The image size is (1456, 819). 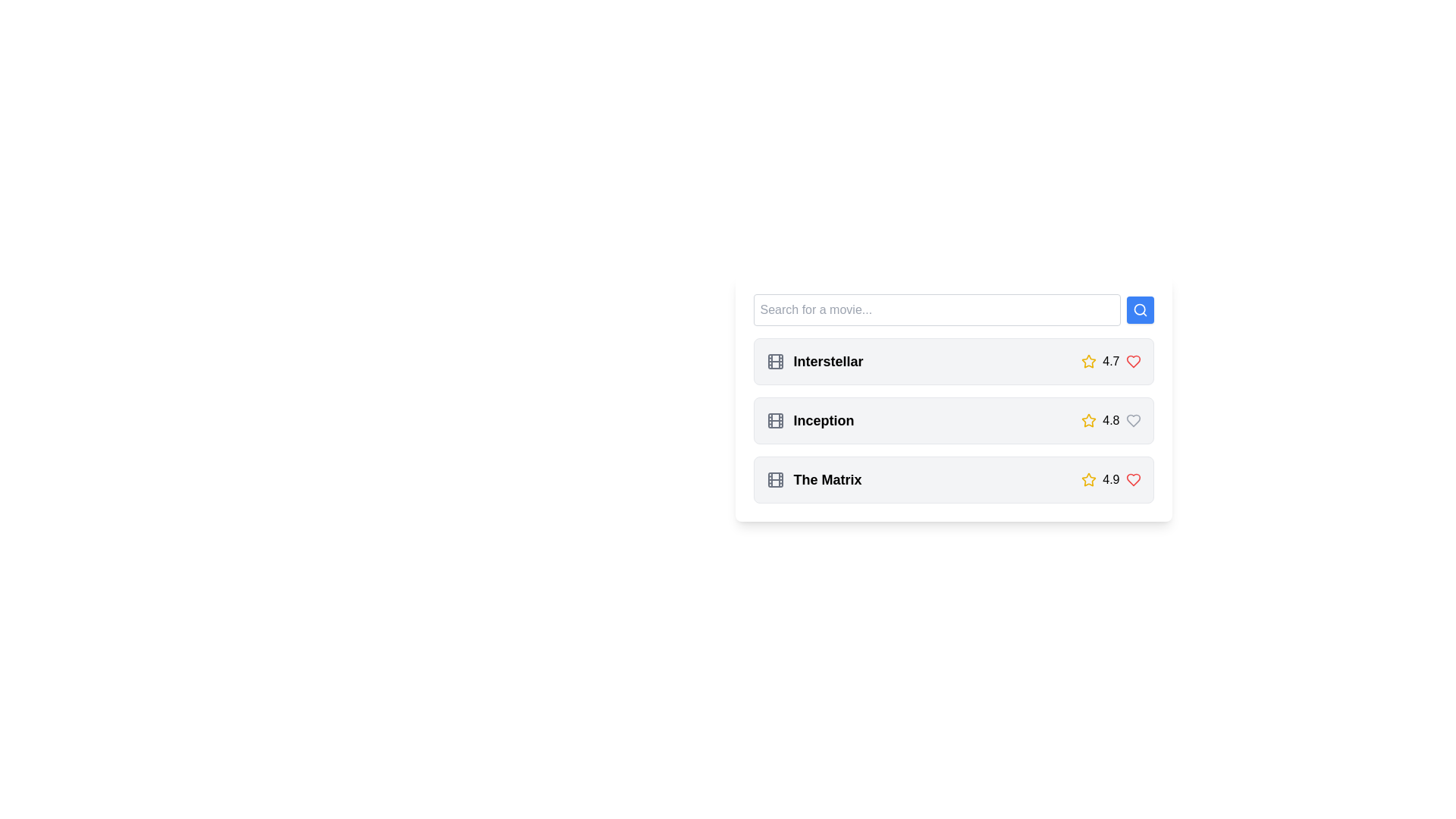 What do you see at coordinates (1111, 479) in the screenshot?
I see `the rating text element that displays the movie 'The Matrix' rating, situated between a star icon on the left and a heart icon on the right` at bounding box center [1111, 479].